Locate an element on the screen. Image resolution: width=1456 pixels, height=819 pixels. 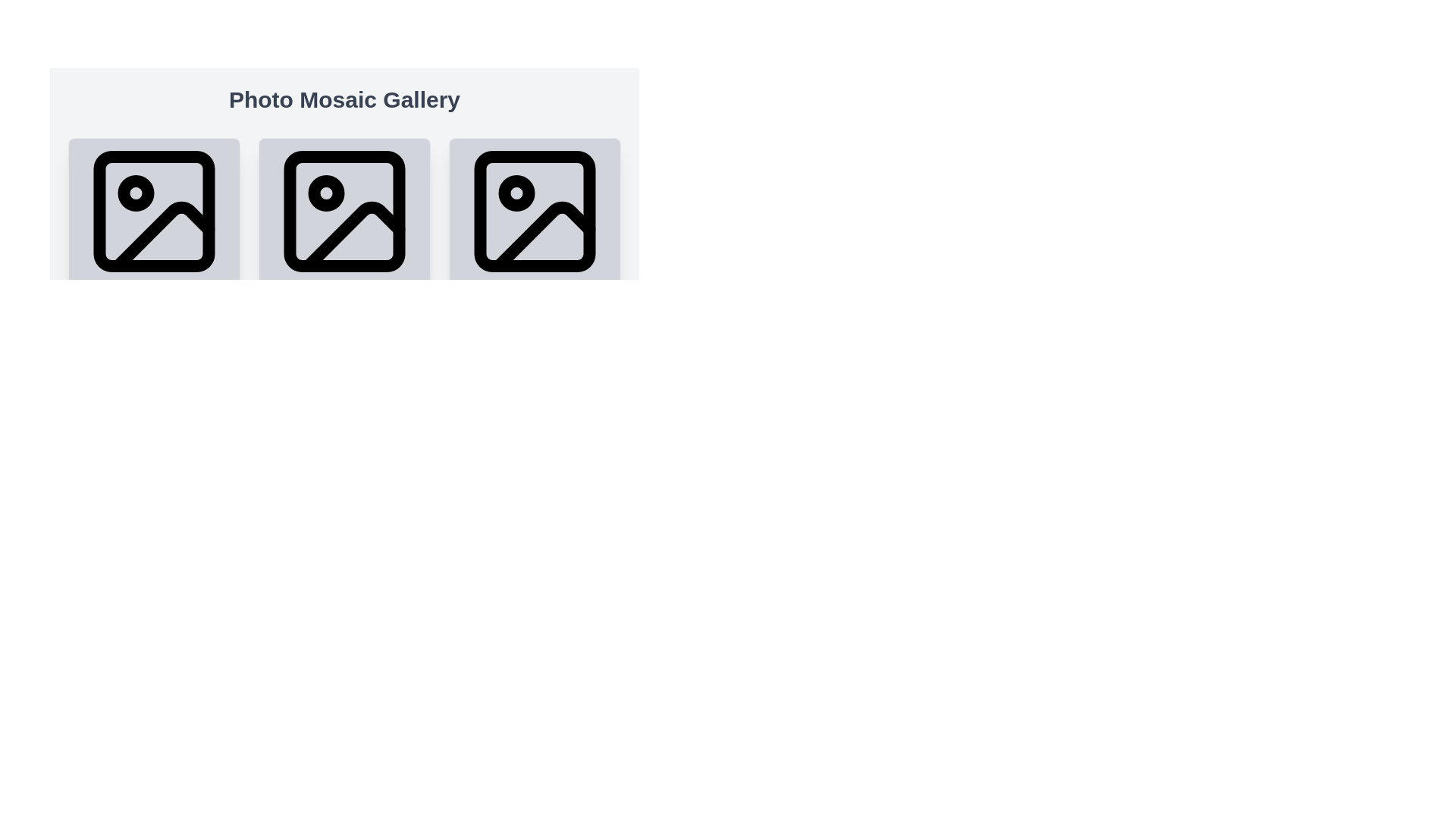
the light gray rectangular element with rounded corners, which serves as a placeholder or icon background is located at coordinates (535, 211).